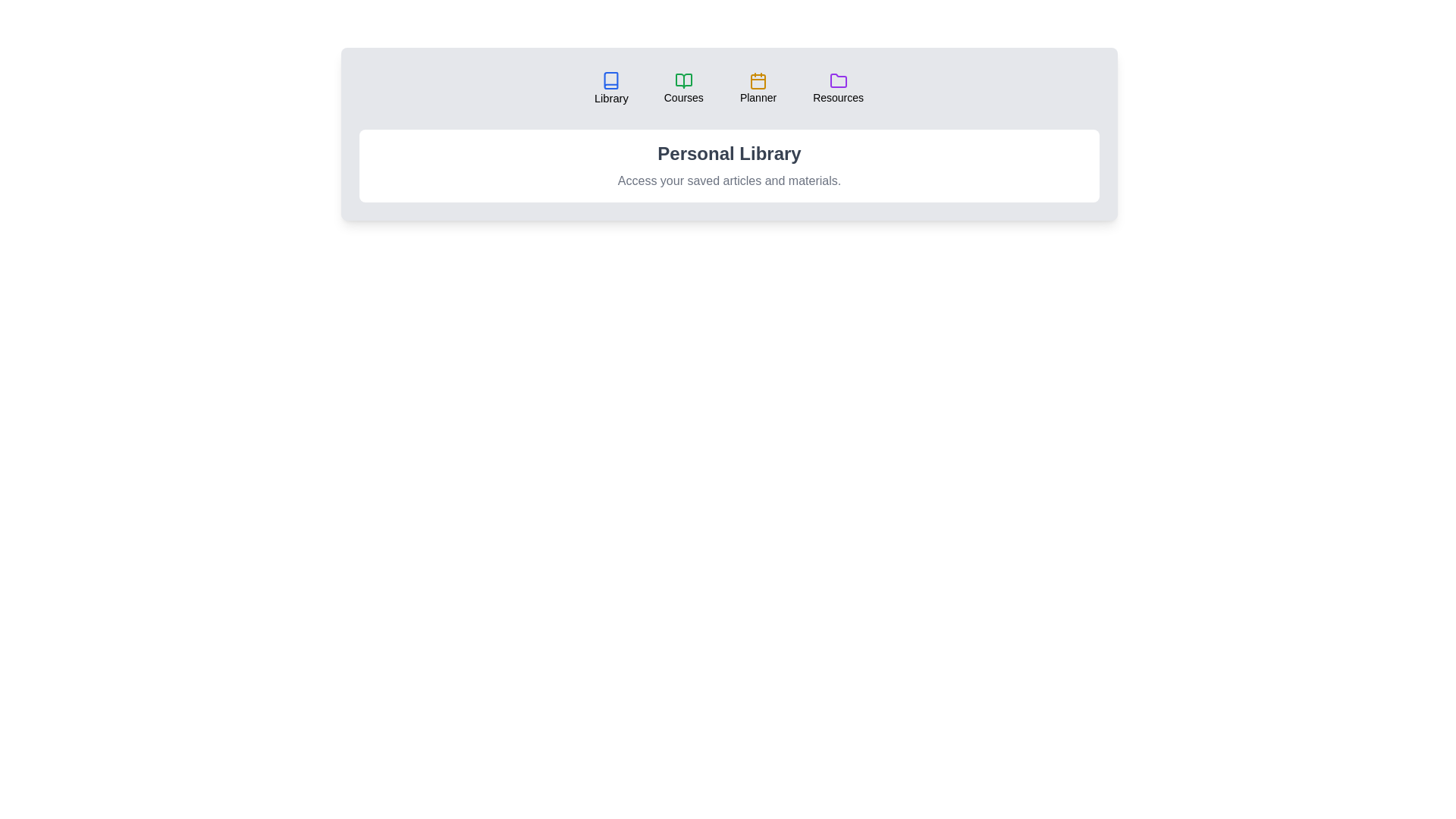 This screenshot has width=1456, height=819. Describe the element at coordinates (611, 88) in the screenshot. I see `the tab labeled Library by clicking on it` at that location.